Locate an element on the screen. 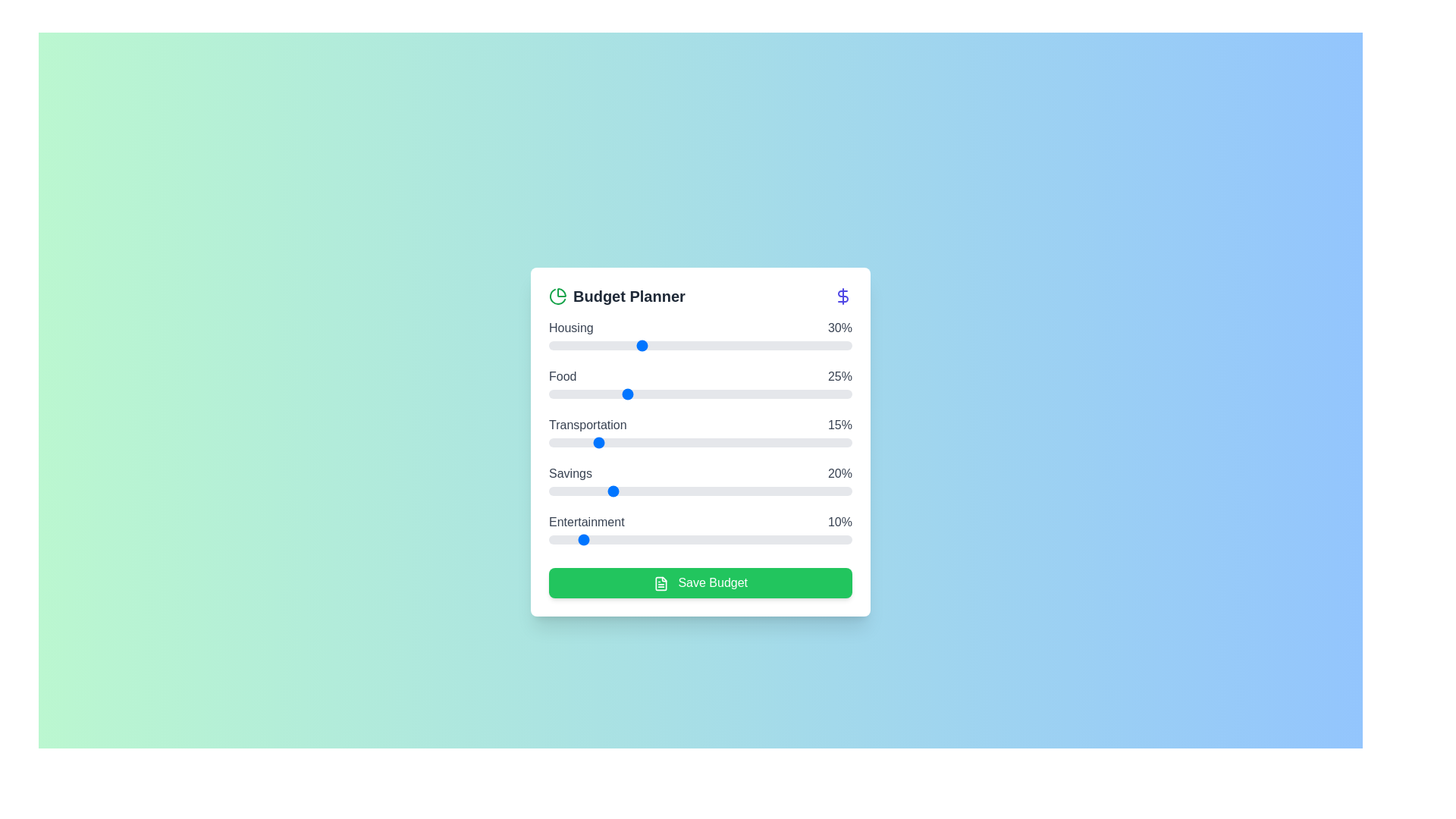 Image resolution: width=1456 pixels, height=819 pixels. the slider for 'Entertainment' to set its percentage to 92 is located at coordinates (827, 539).